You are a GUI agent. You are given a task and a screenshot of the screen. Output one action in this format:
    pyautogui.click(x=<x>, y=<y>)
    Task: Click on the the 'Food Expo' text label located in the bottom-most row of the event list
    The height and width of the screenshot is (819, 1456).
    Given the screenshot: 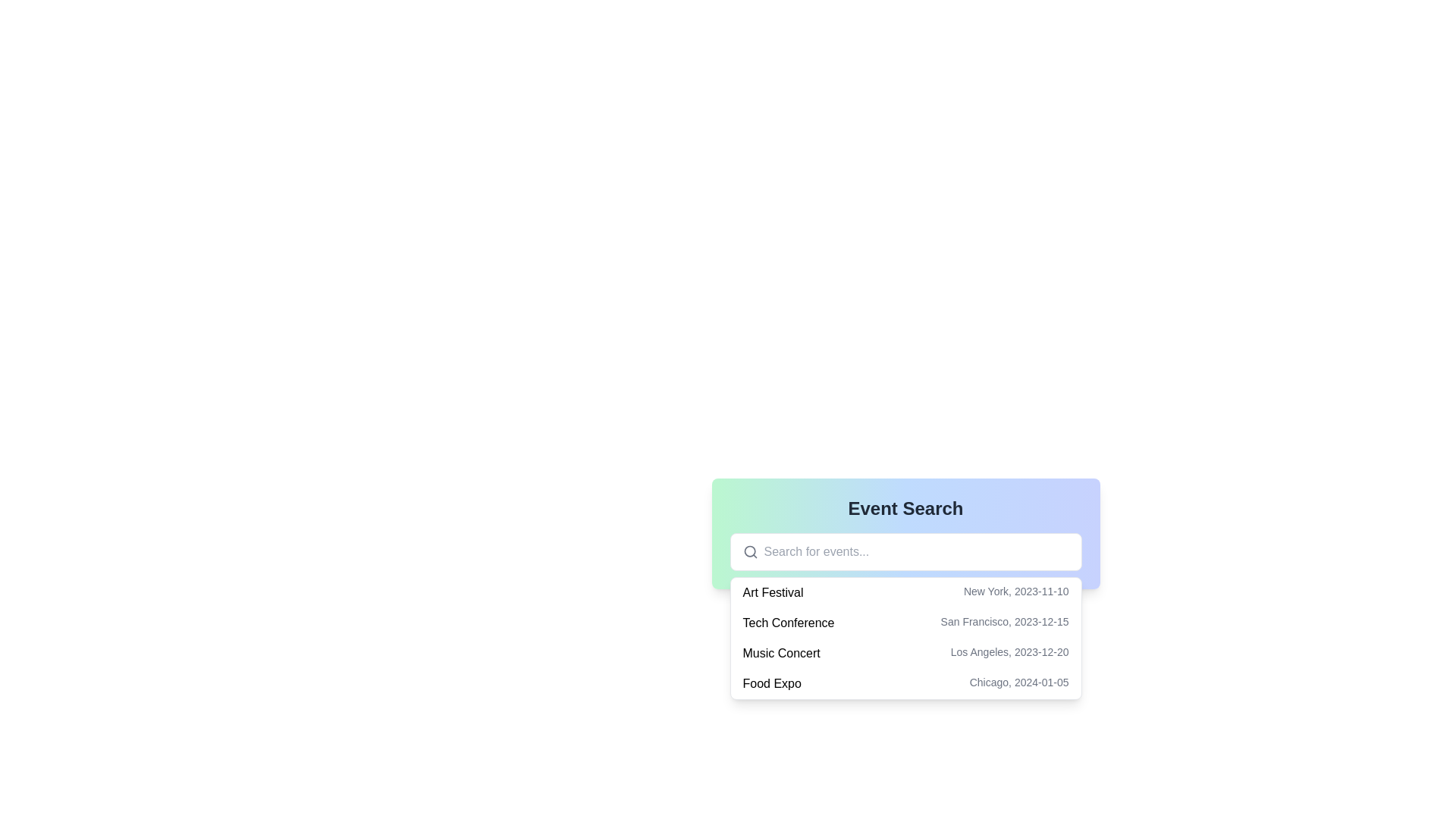 What is the action you would take?
    pyautogui.click(x=772, y=684)
    